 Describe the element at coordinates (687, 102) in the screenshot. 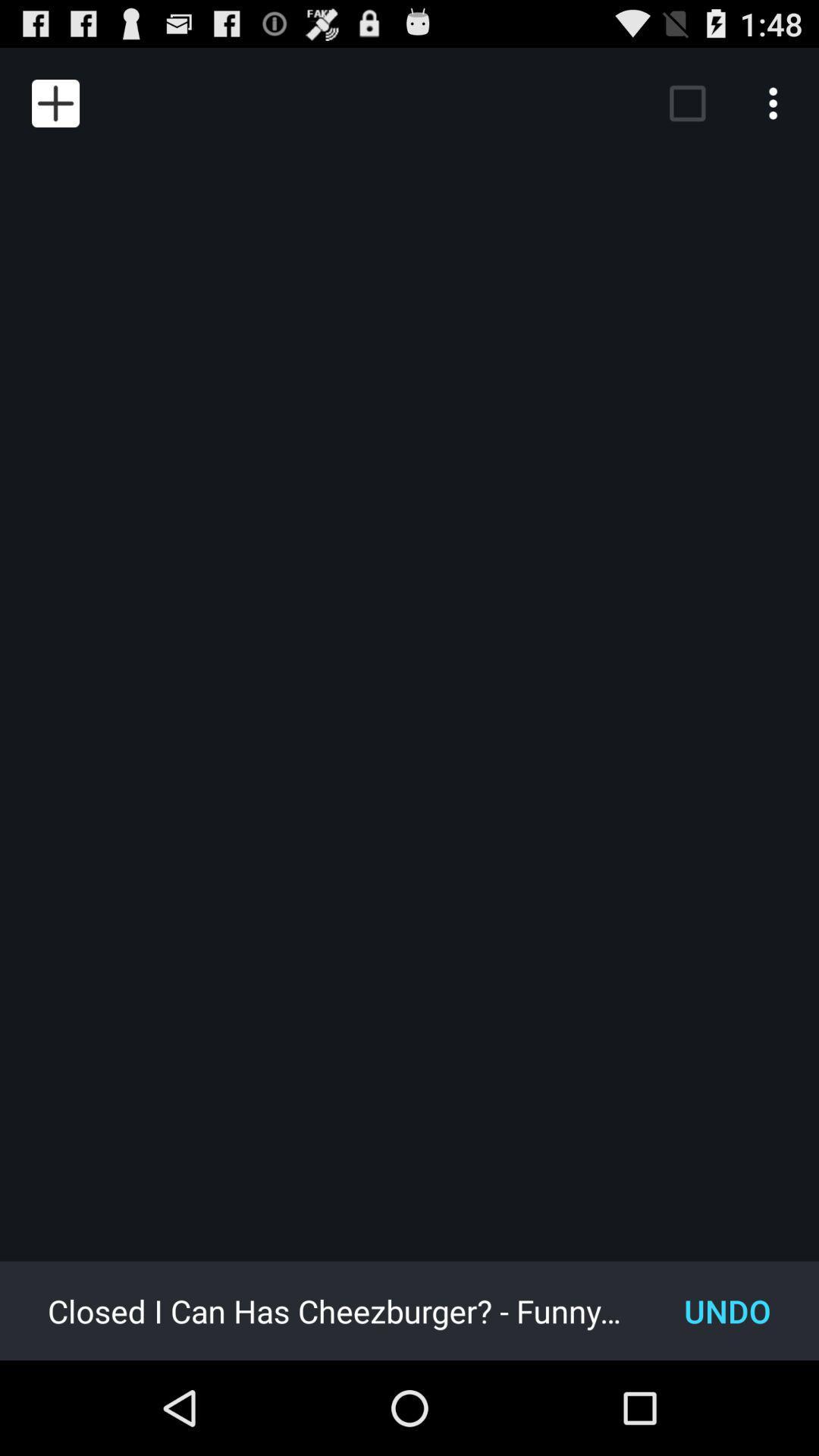

I see `the item above undo item` at that location.